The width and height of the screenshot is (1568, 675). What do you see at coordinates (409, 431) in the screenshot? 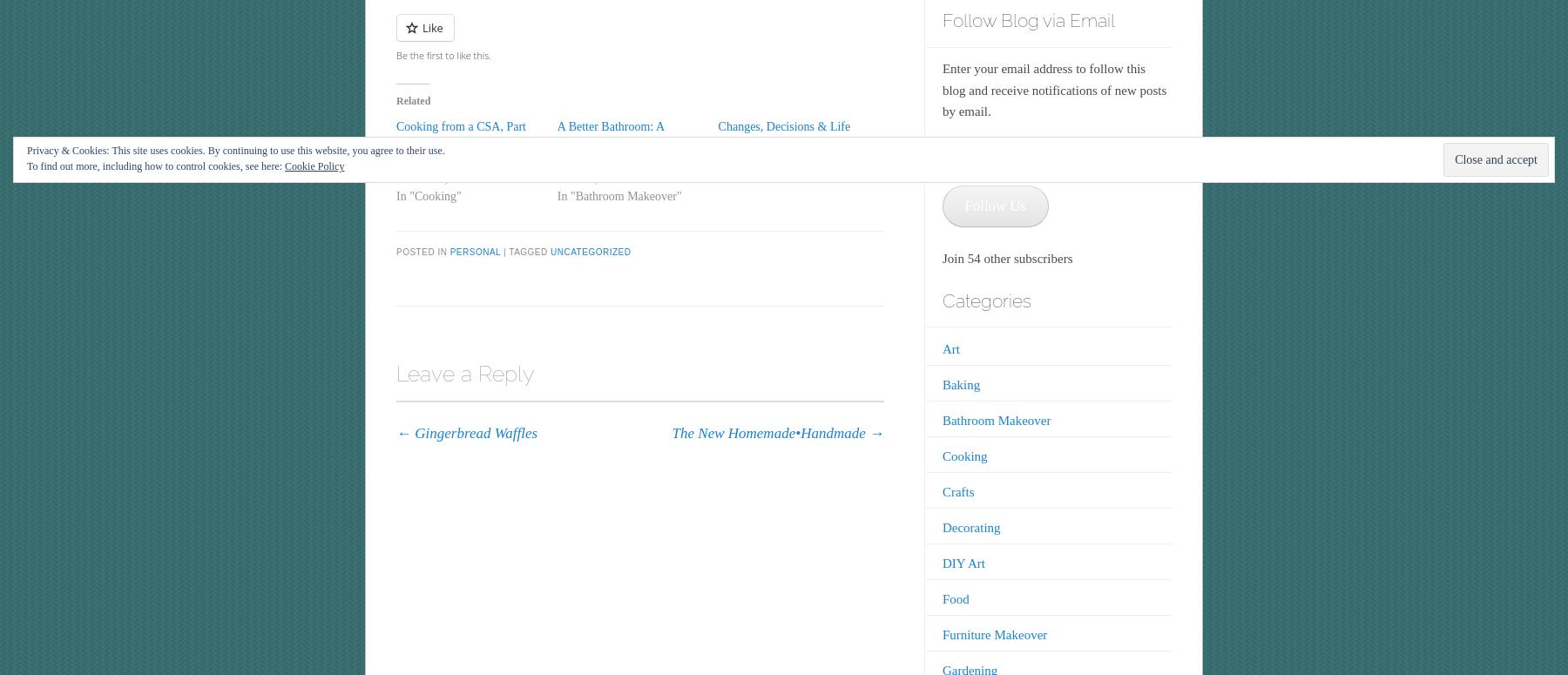
I see `'Gingerbread Waffles'` at bounding box center [409, 431].